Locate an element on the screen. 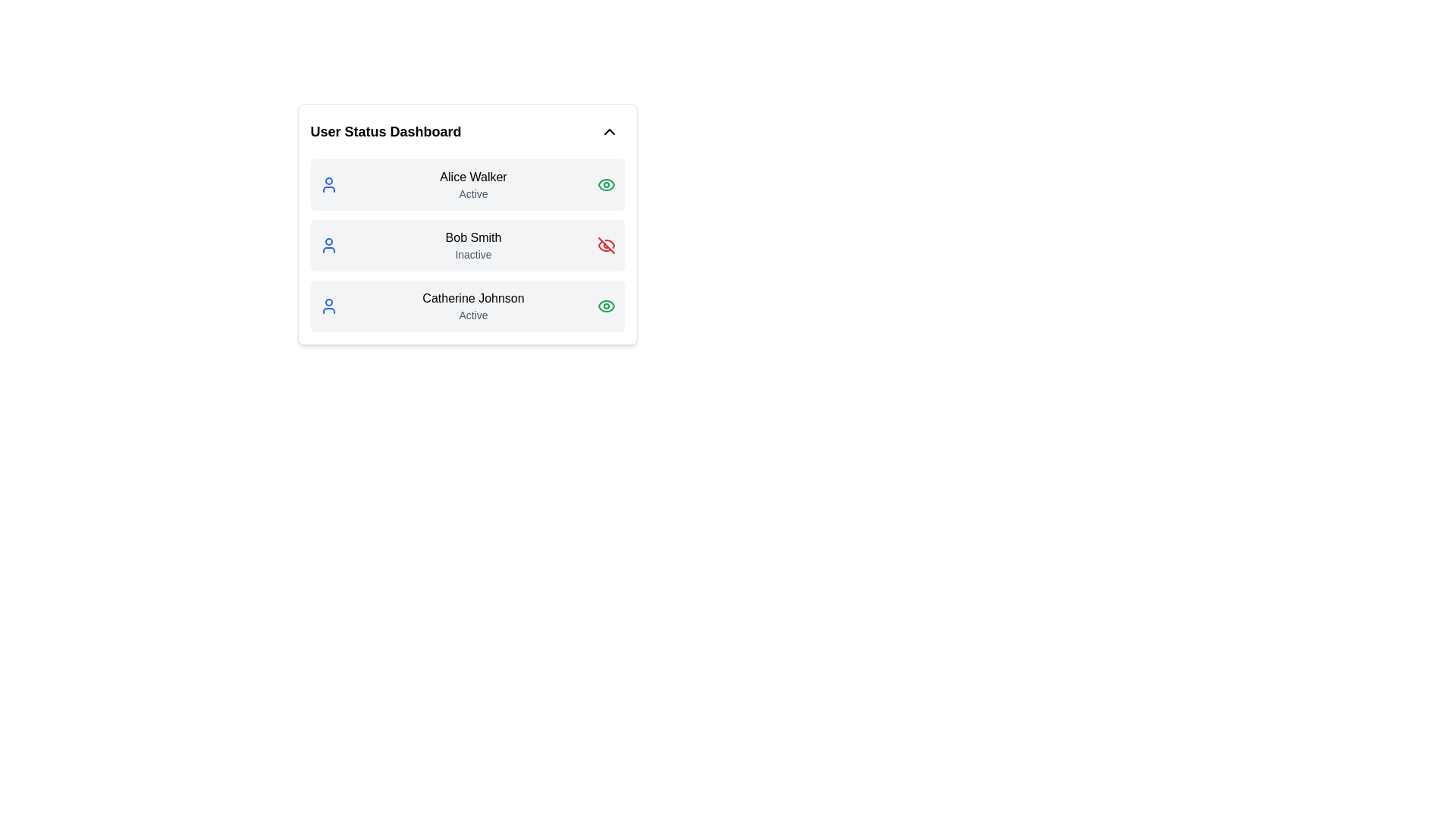 The height and width of the screenshot is (819, 1456). the text label displaying 'Bob Smith' in the 'User Status Dashboard' to identify the user is located at coordinates (472, 237).